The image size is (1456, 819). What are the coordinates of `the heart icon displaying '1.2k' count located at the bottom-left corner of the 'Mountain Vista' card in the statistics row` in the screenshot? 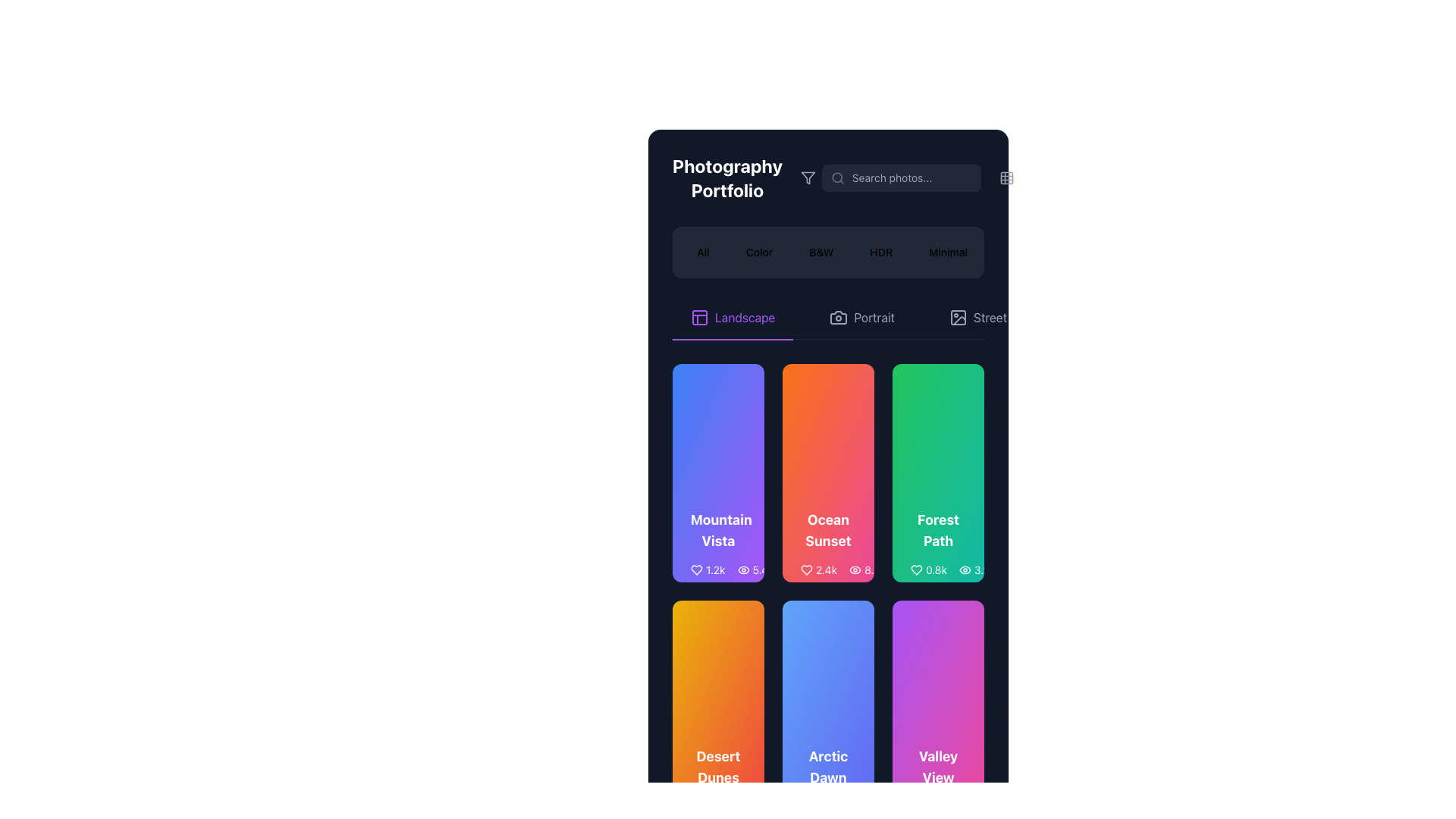 It's located at (707, 570).